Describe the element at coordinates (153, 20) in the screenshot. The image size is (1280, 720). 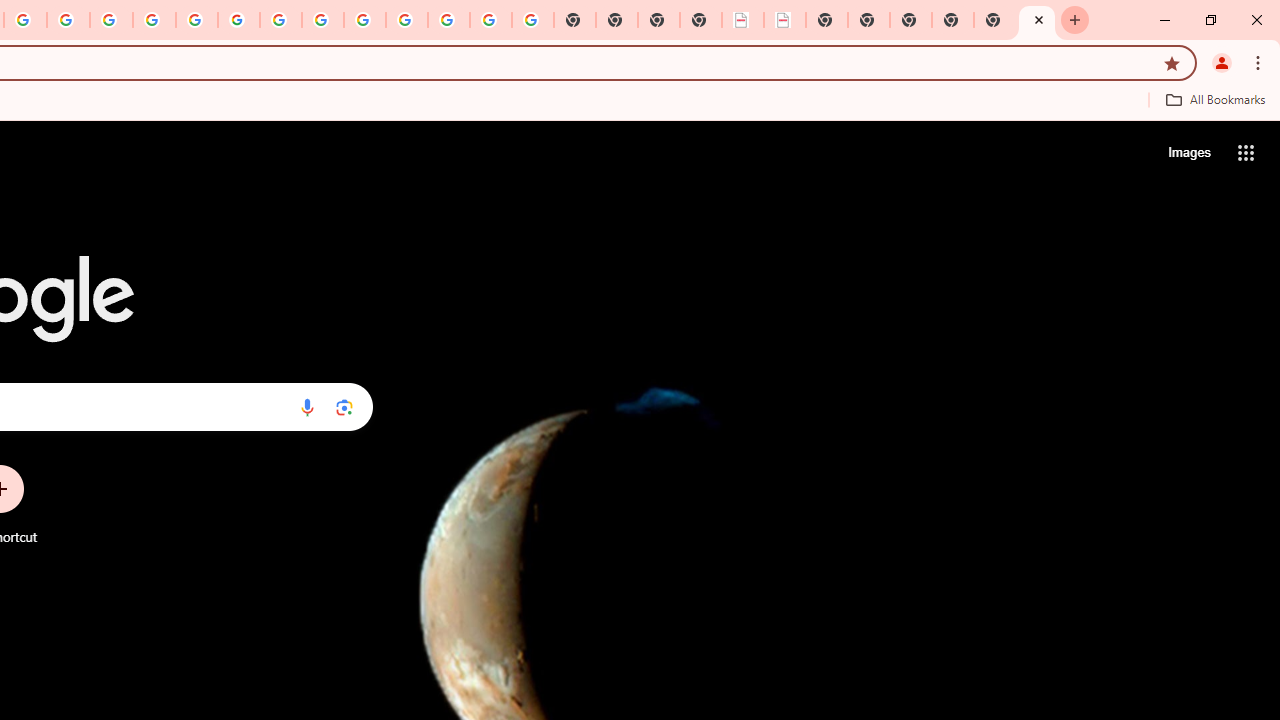
I see `'Privacy Help Center - Policies Help'` at that location.